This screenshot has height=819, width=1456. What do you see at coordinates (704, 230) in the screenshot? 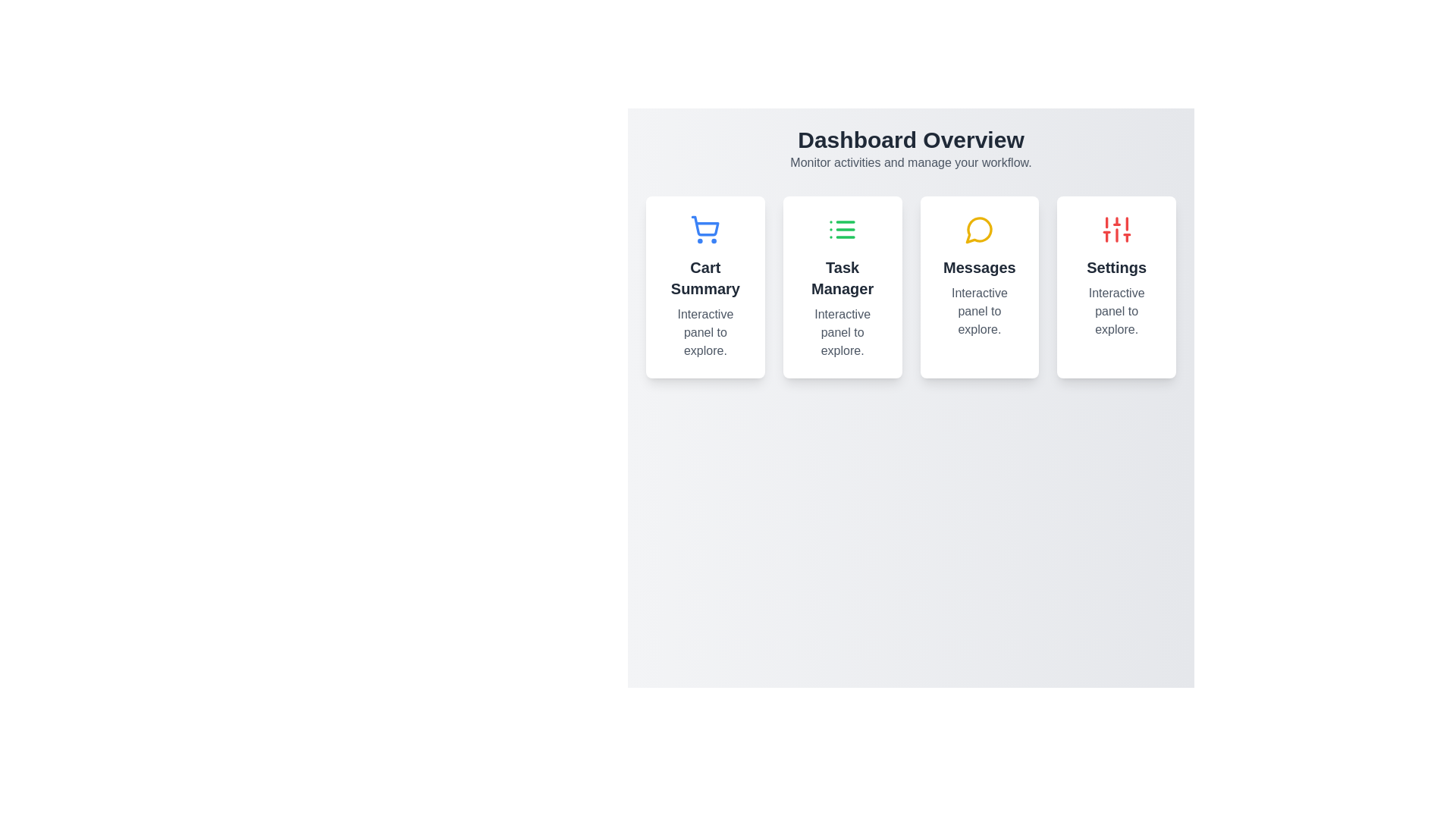
I see `the SVG icon representing the 'Cart Summary' section, which is positioned at the top of the first card in the interface` at bounding box center [704, 230].